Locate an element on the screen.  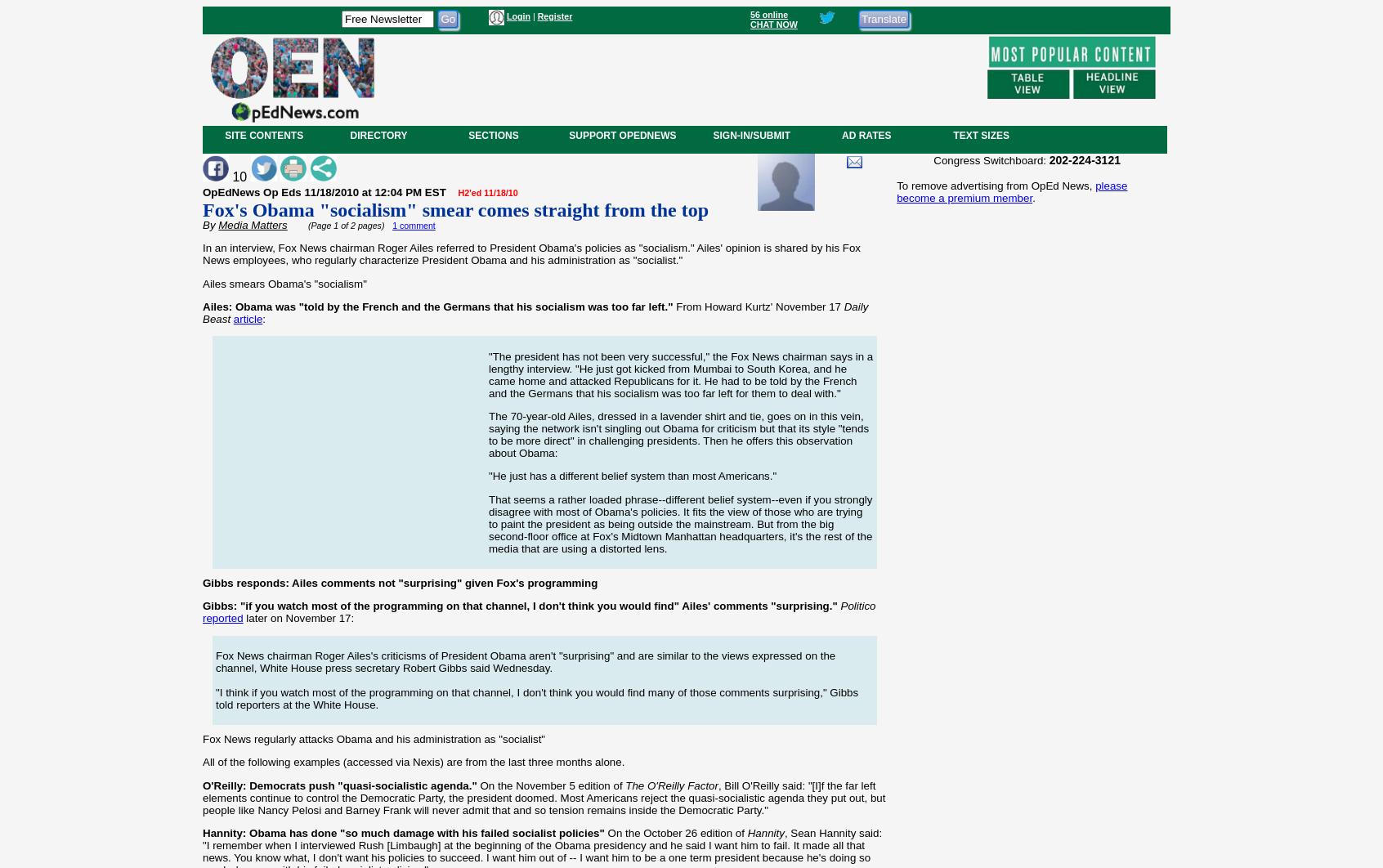
'56 online' is located at coordinates (768, 14).